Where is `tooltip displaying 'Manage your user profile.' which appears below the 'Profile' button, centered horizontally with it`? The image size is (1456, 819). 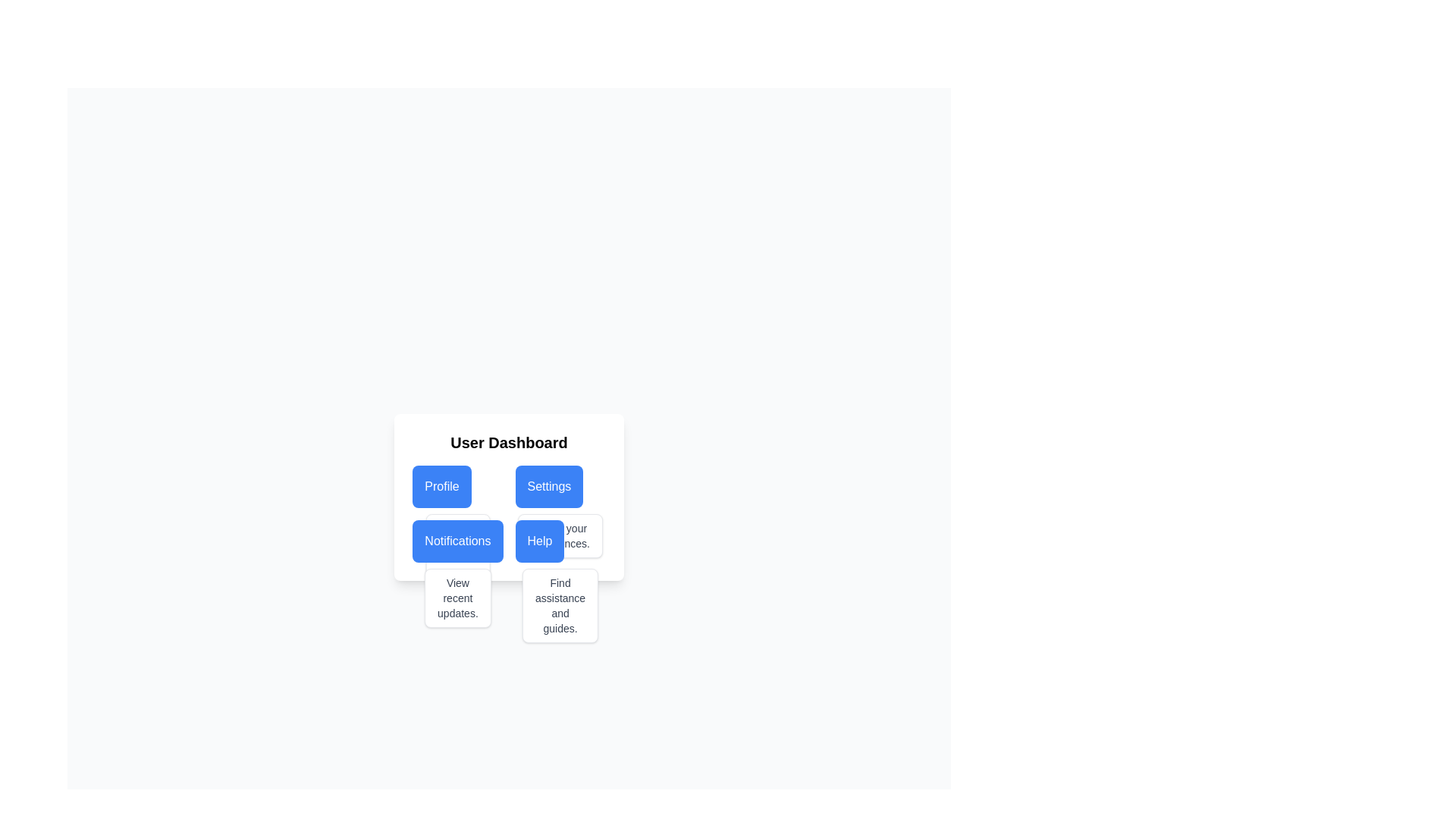
tooltip displaying 'Manage your user profile.' which appears below the 'Profile' button, centered horizontally with it is located at coordinates (457, 551).